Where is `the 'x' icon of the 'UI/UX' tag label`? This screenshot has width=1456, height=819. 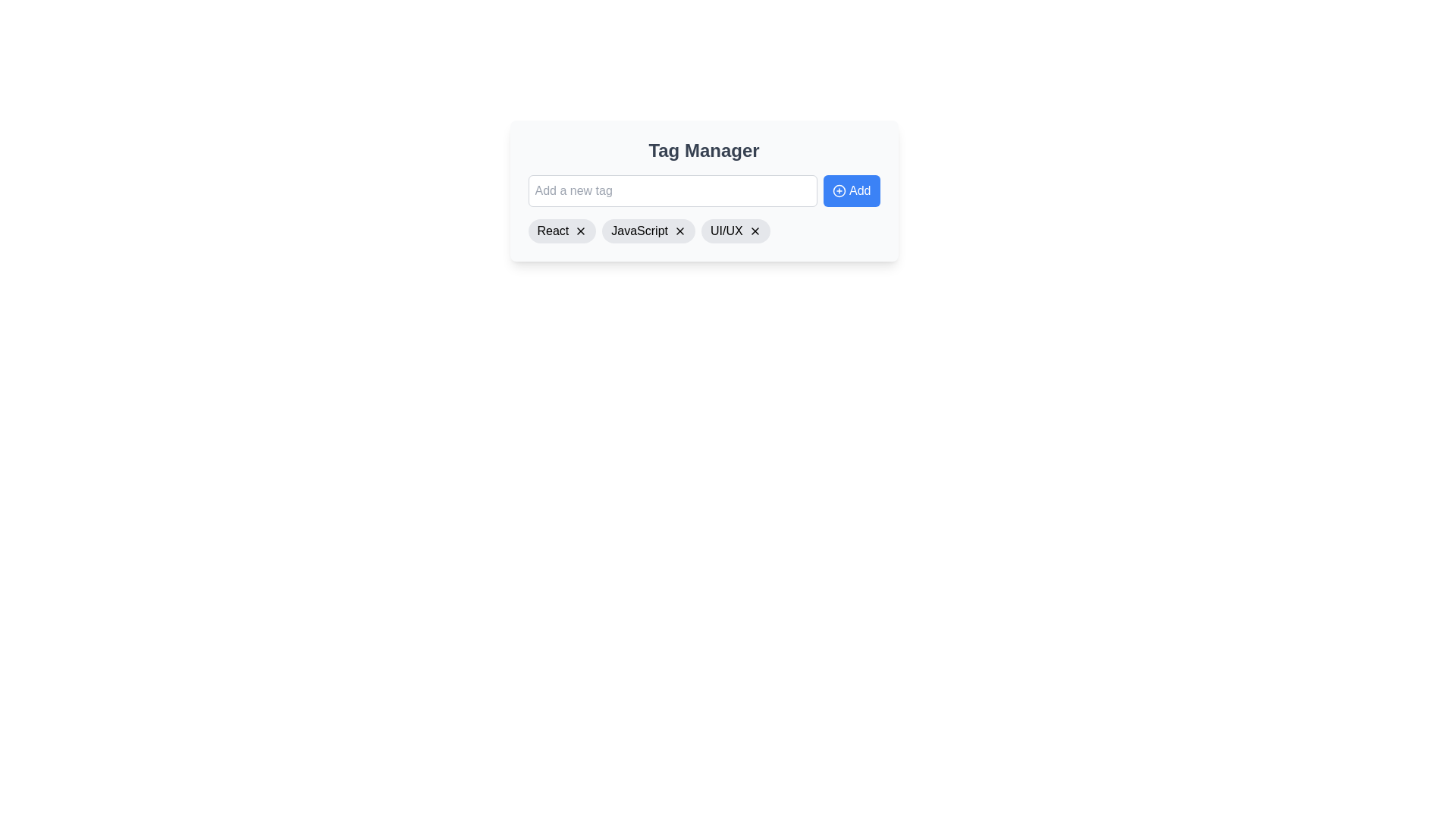 the 'x' icon of the 'UI/UX' tag label is located at coordinates (736, 231).